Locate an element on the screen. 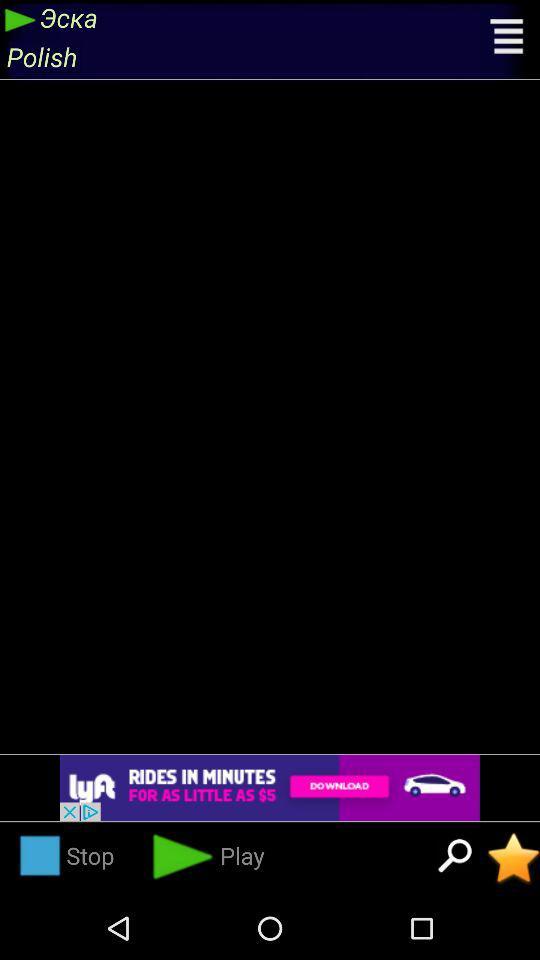  open advertisement is located at coordinates (270, 788).